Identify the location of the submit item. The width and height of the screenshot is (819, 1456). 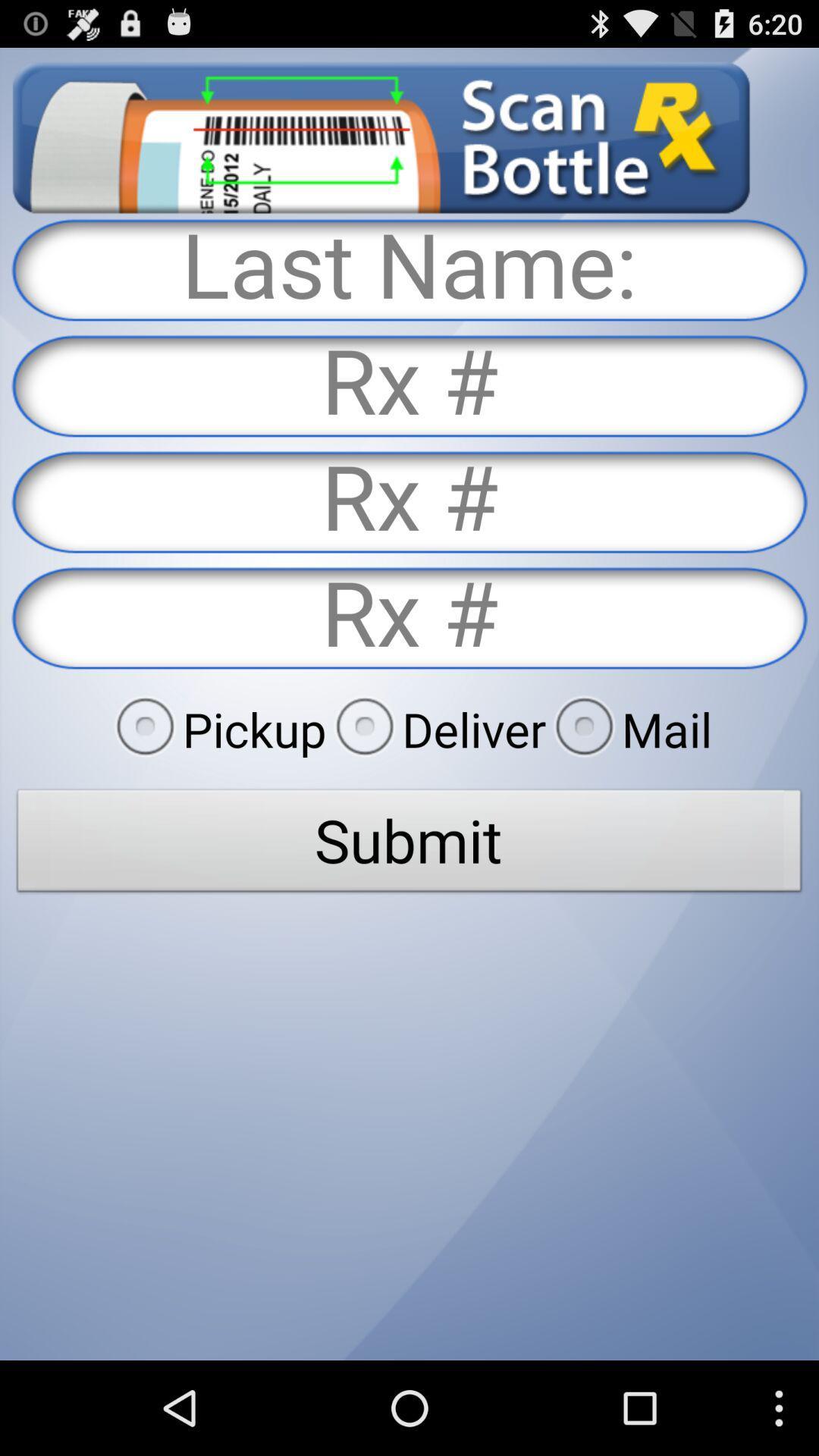
(409, 844).